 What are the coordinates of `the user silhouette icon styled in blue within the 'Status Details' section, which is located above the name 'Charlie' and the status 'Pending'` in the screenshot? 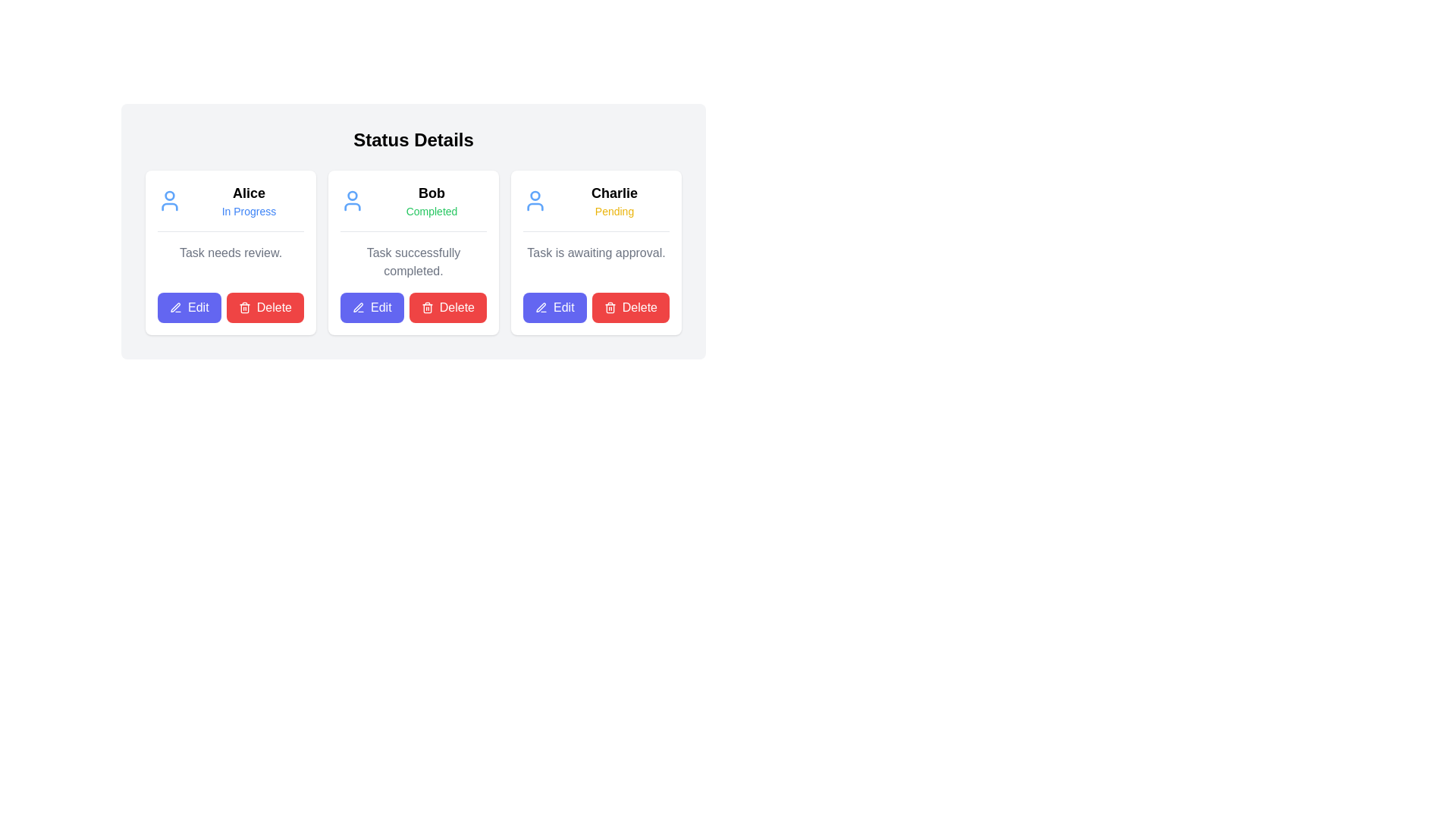 It's located at (535, 200).